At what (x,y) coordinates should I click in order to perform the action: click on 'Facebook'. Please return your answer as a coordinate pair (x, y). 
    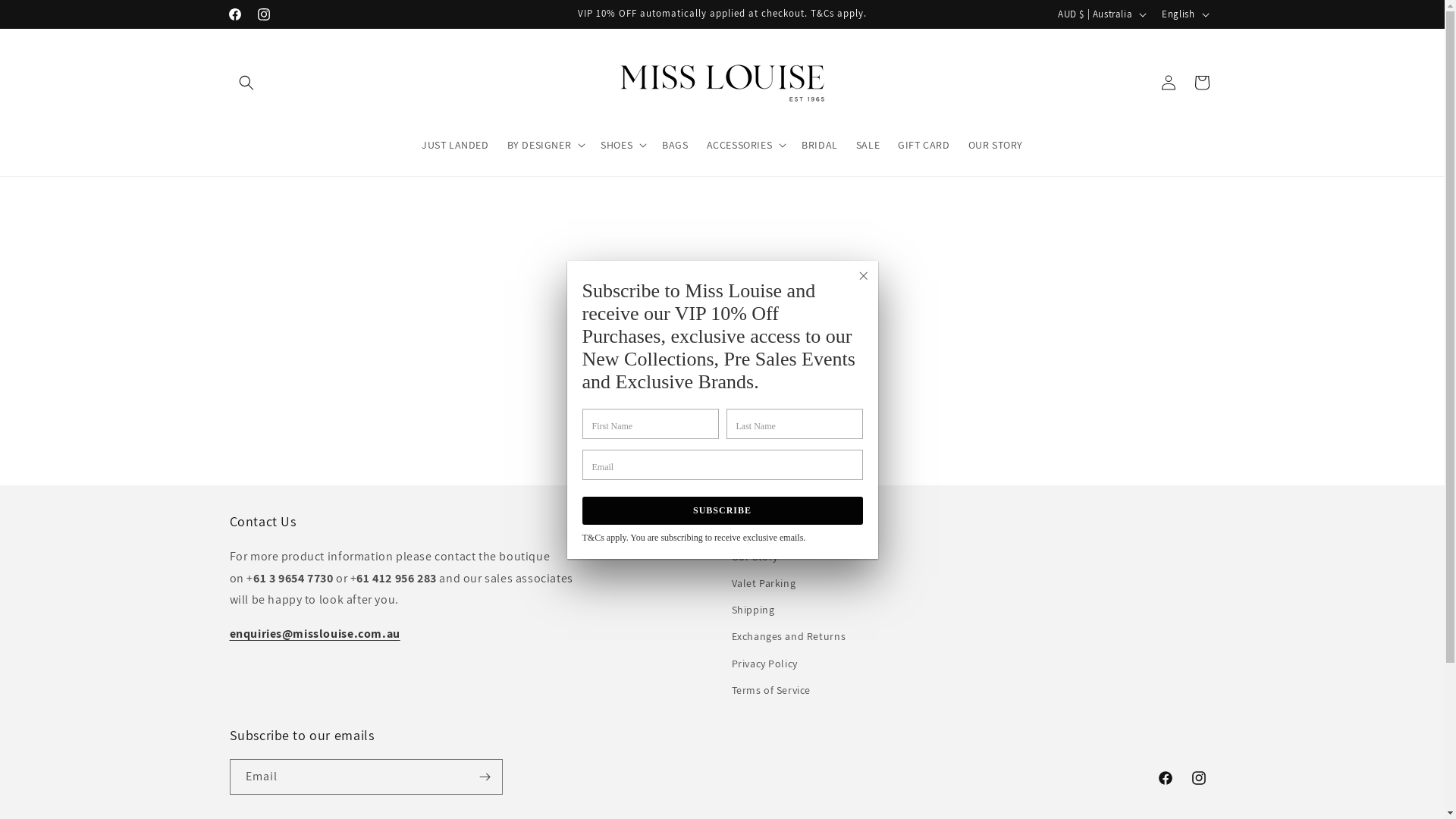
    Looking at the image, I should click on (1164, 778).